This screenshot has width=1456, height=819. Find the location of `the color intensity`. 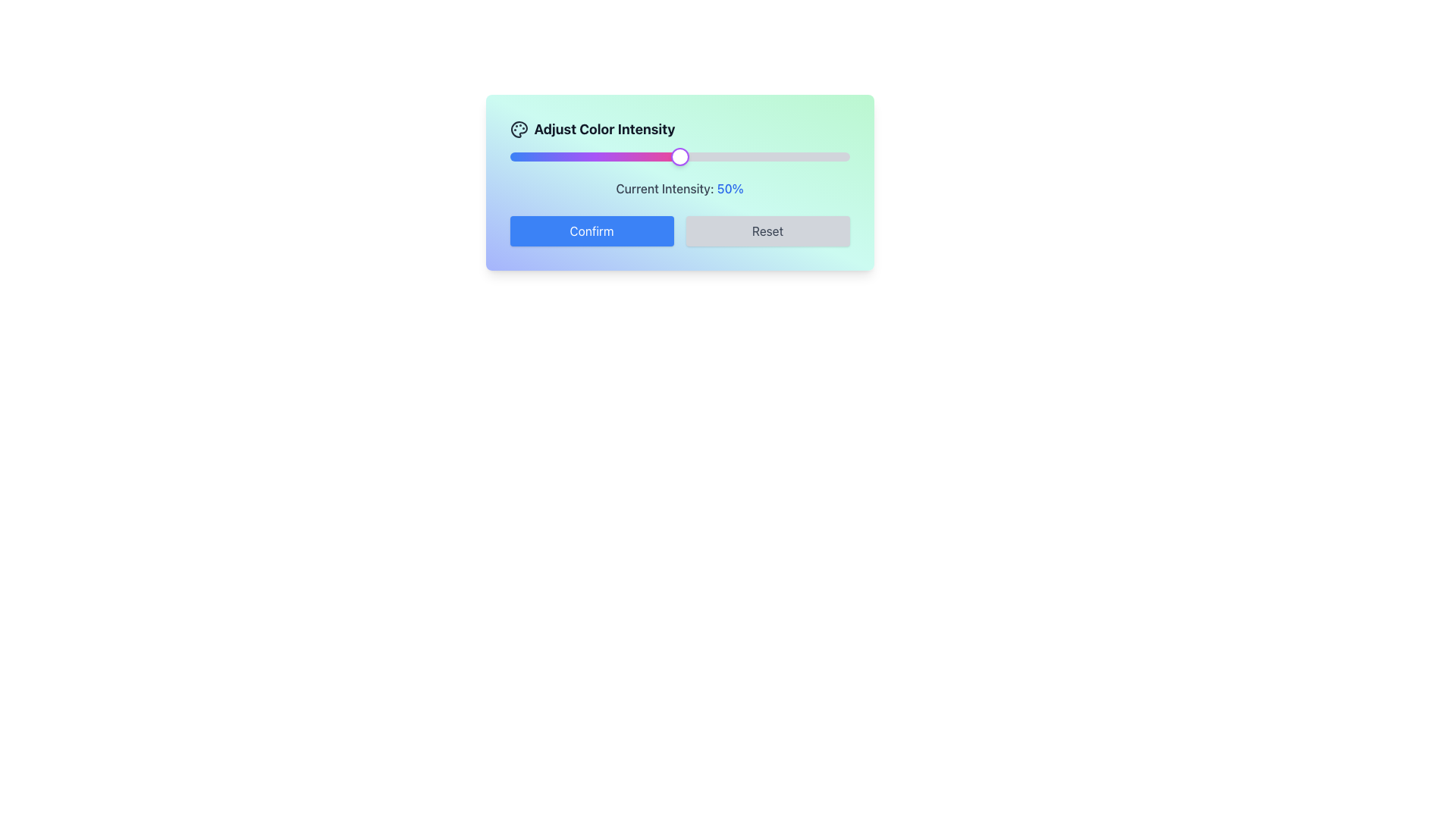

the color intensity is located at coordinates (622, 157).